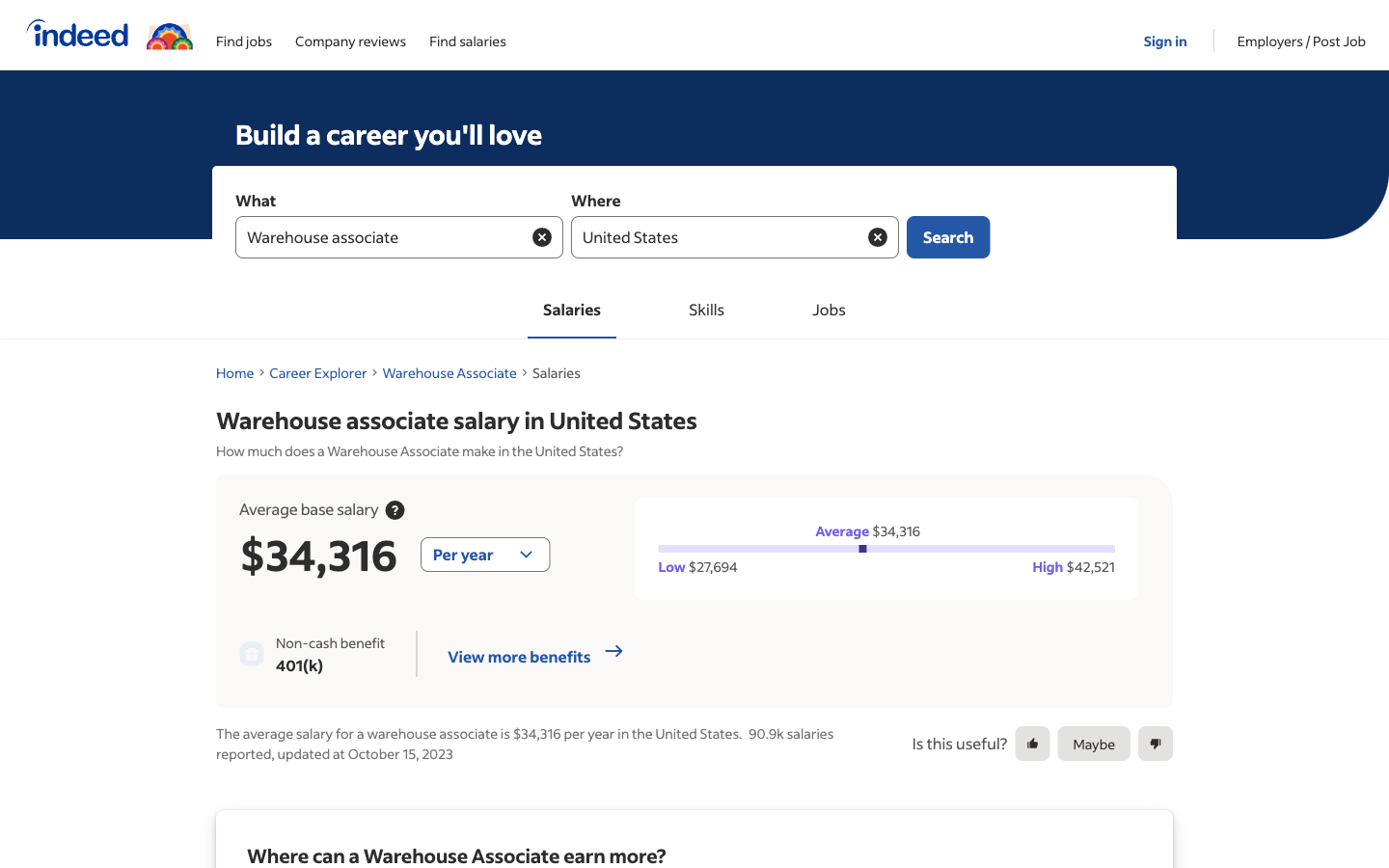 Image resolution: width=1389 pixels, height=868 pixels. Describe the element at coordinates (483, 555) in the screenshot. I see `Change the option of salary view` at that location.